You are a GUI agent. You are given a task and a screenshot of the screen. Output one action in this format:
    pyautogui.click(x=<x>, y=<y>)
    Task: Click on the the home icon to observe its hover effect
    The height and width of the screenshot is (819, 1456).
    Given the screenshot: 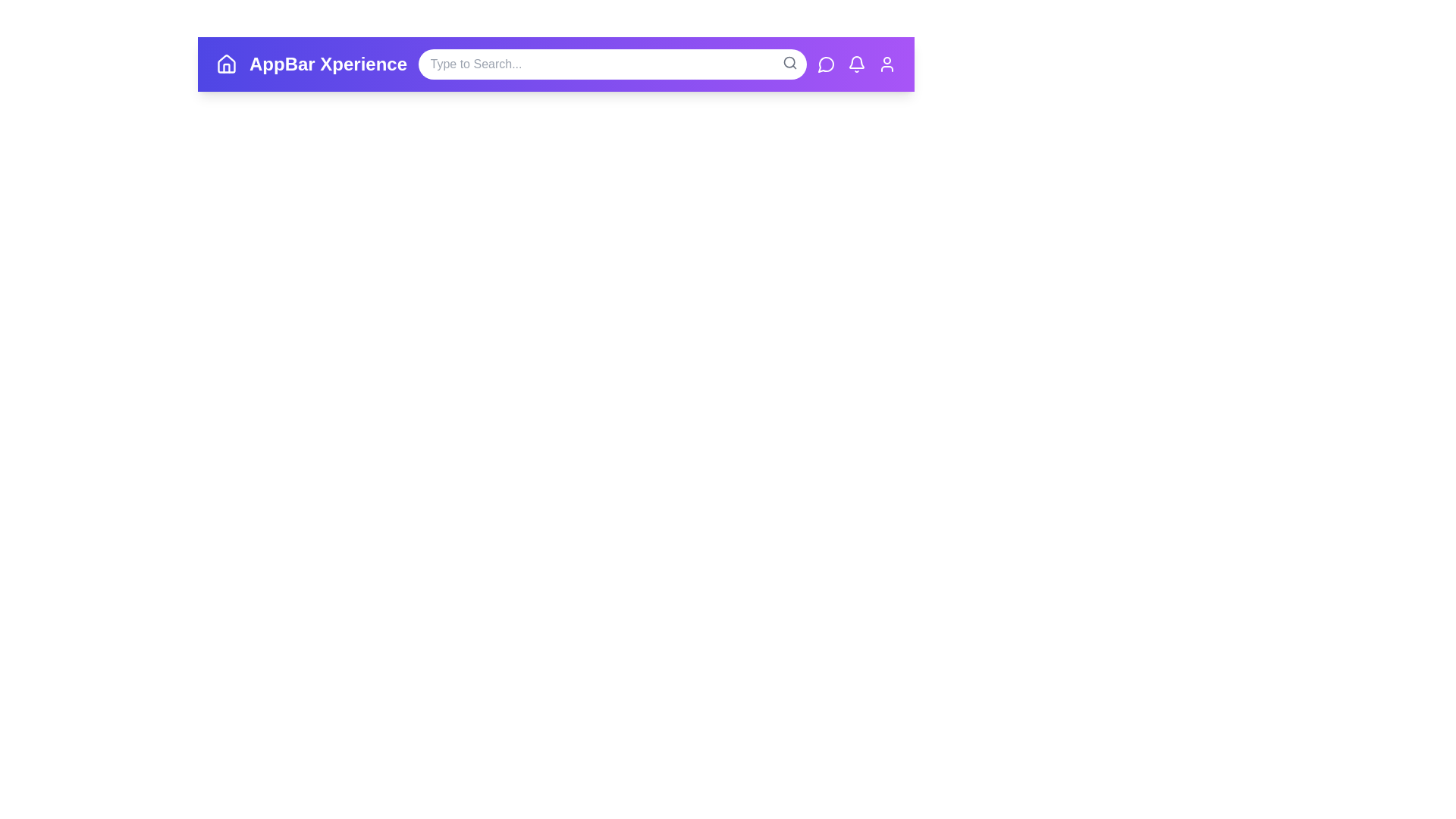 What is the action you would take?
    pyautogui.click(x=225, y=63)
    